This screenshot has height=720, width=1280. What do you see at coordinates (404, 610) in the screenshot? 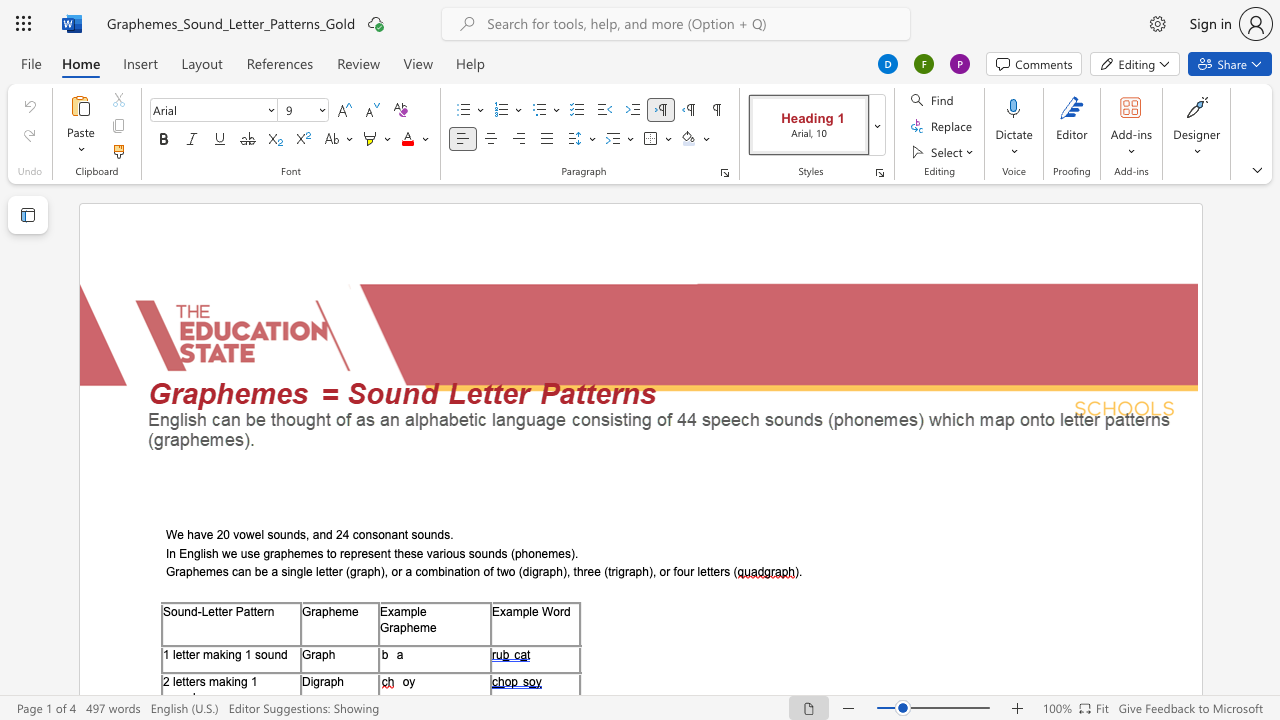
I see `the 1th character "m" in the text` at bounding box center [404, 610].